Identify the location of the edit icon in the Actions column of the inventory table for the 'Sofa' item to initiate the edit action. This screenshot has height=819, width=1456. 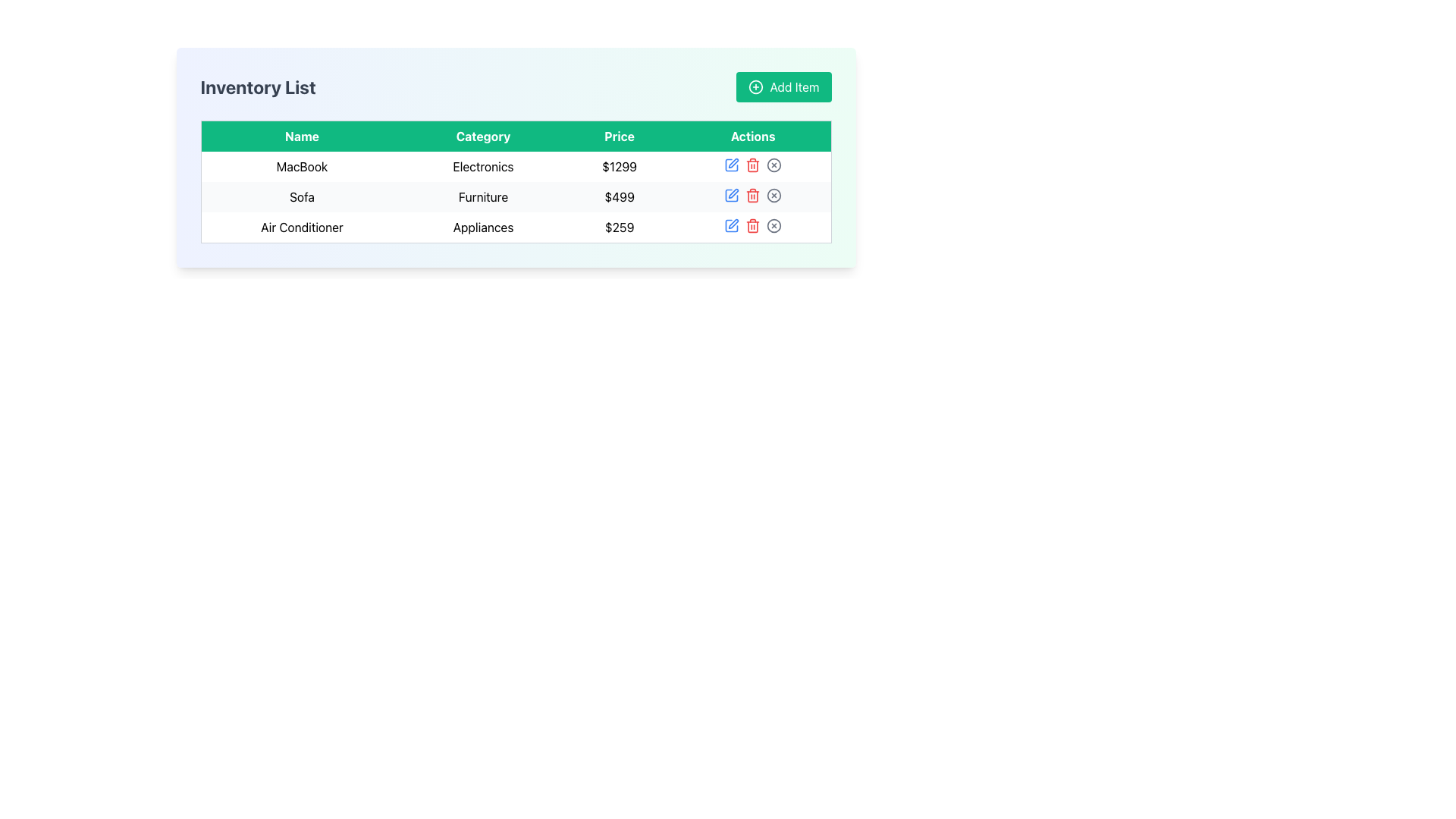
(733, 193).